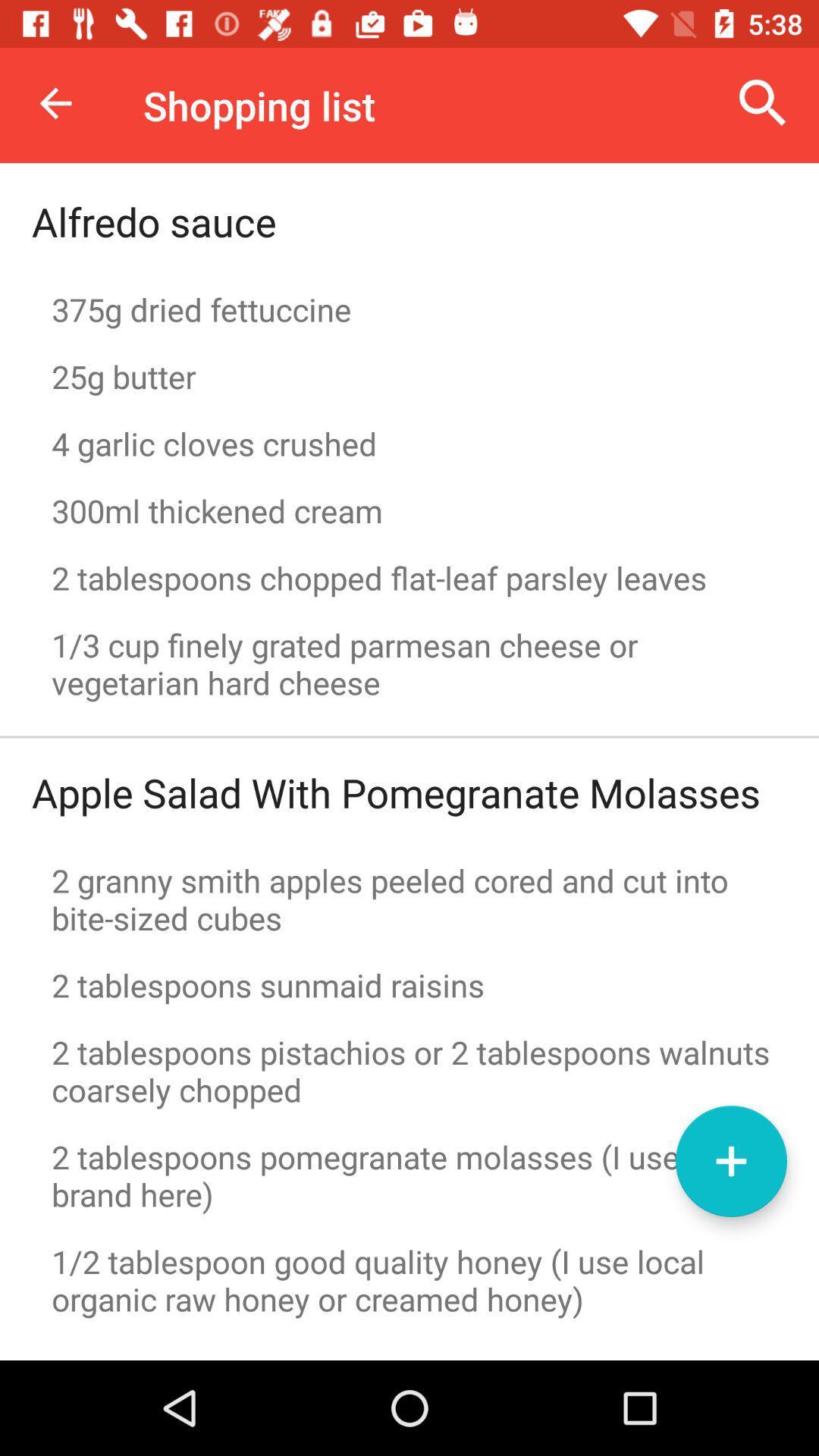 This screenshot has width=819, height=1456. I want to click on more option, so click(730, 1160).